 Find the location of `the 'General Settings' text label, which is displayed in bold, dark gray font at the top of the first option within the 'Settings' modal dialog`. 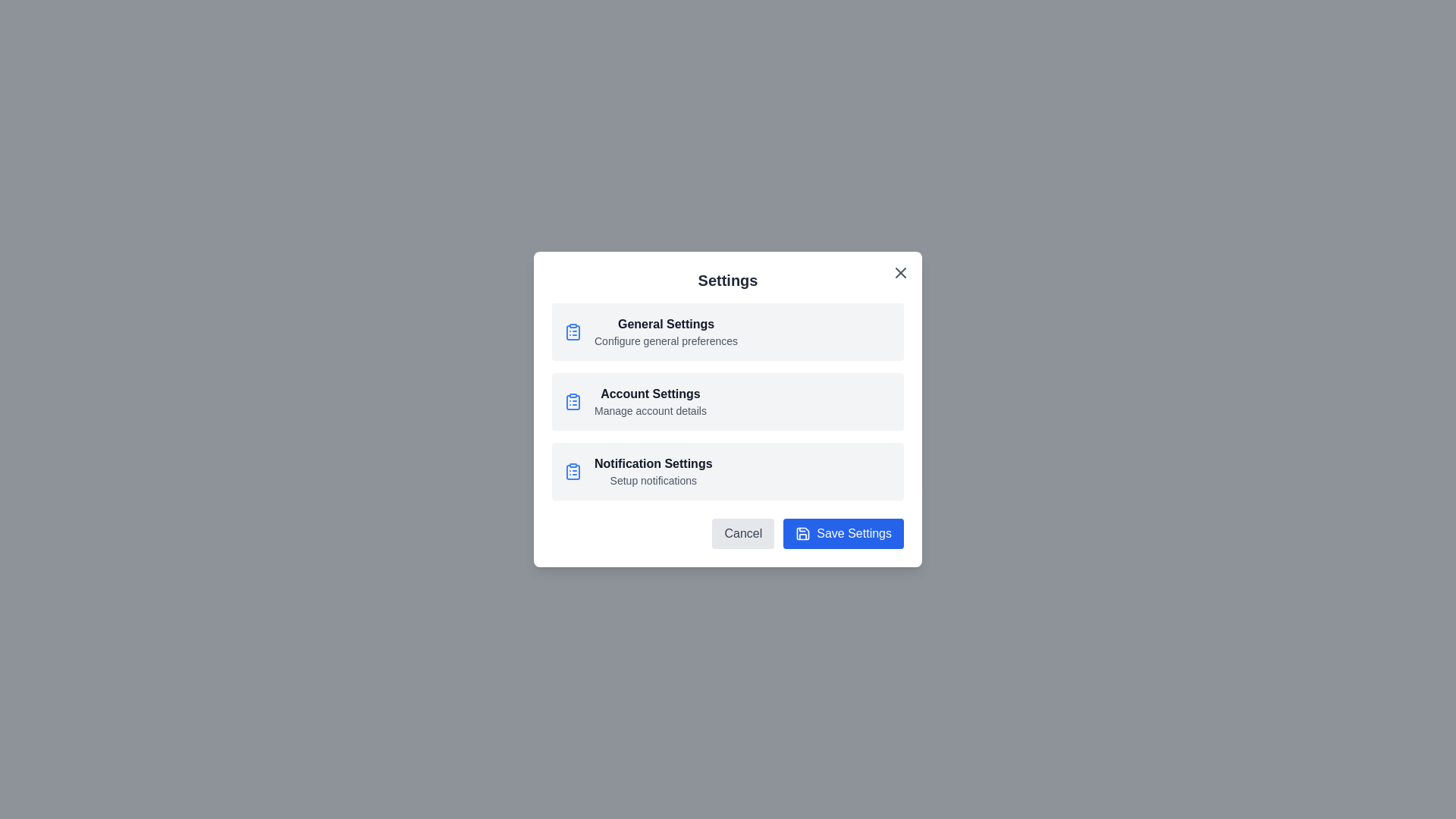

the 'General Settings' text label, which is displayed in bold, dark gray font at the top of the first option within the 'Settings' modal dialog is located at coordinates (666, 324).